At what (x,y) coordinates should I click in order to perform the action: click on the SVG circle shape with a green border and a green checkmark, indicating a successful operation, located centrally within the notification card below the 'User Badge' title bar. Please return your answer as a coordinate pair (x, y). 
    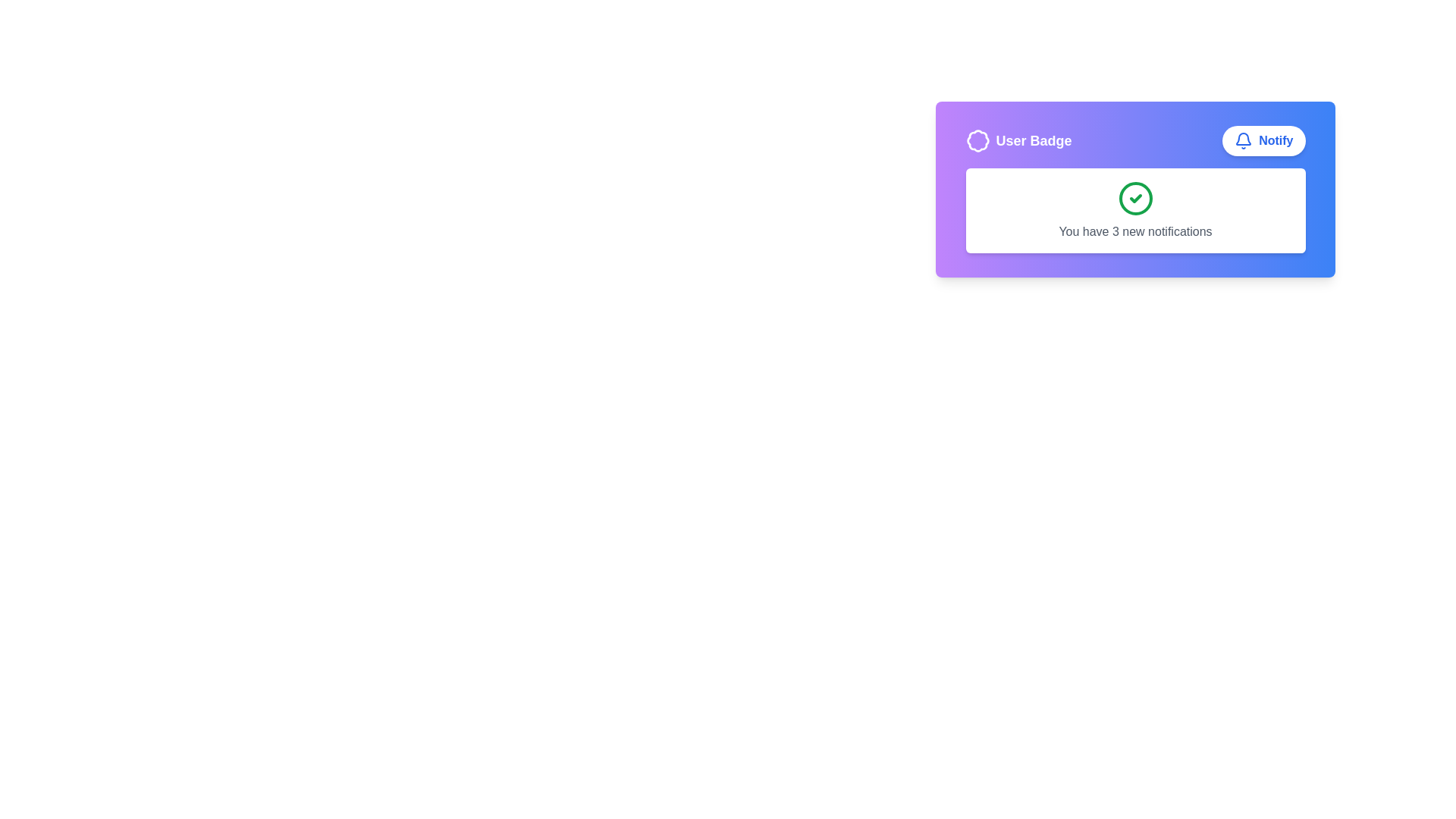
    Looking at the image, I should click on (1135, 198).